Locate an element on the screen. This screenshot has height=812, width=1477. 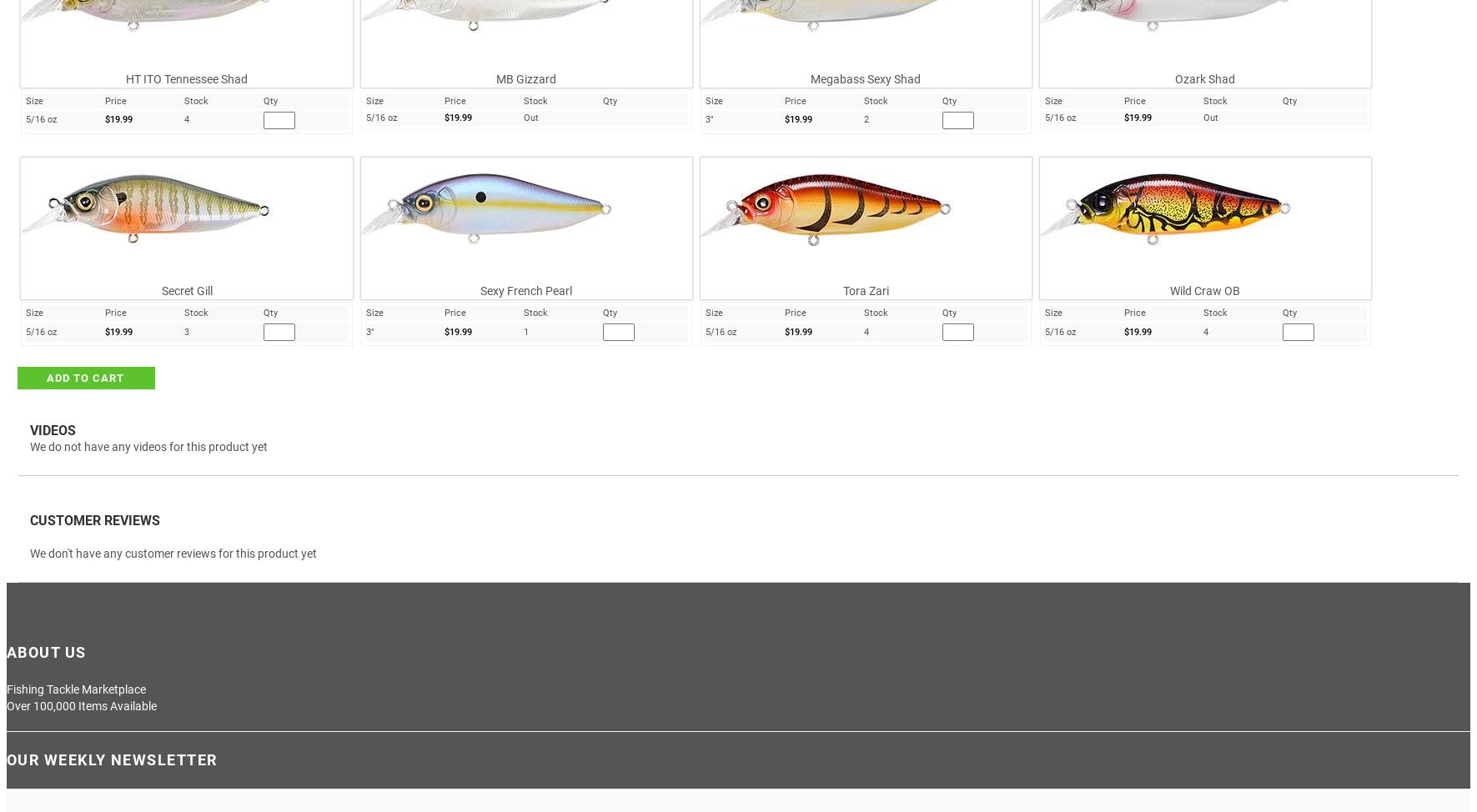
'ADD TO CART' is located at coordinates (45, 377).